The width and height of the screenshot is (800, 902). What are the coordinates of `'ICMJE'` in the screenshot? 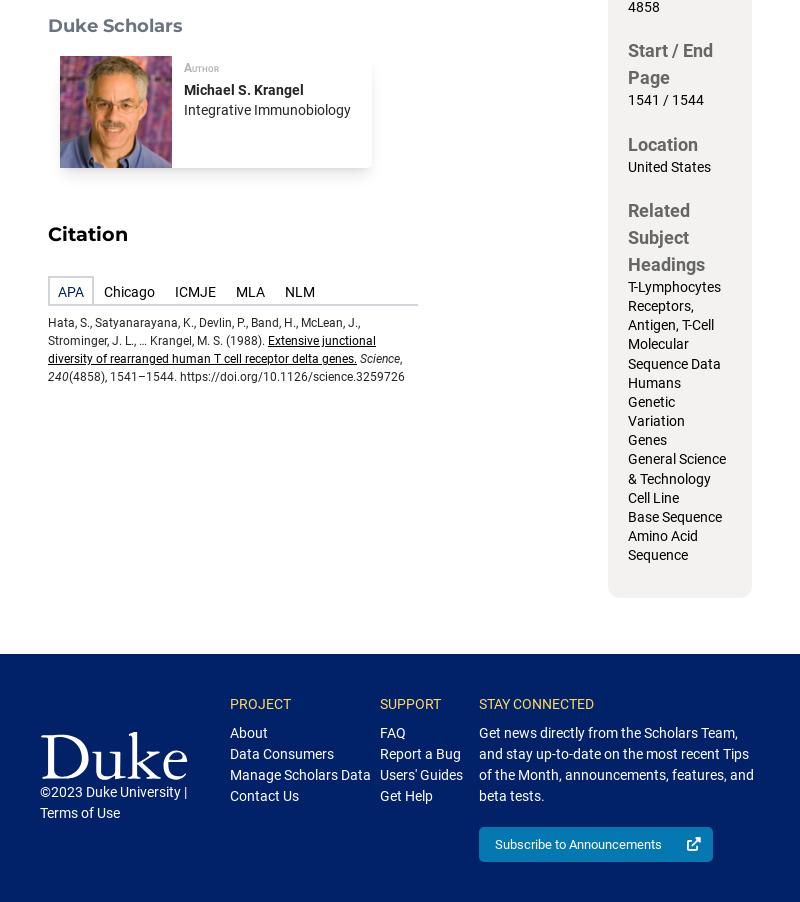 It's located at (194, 291).